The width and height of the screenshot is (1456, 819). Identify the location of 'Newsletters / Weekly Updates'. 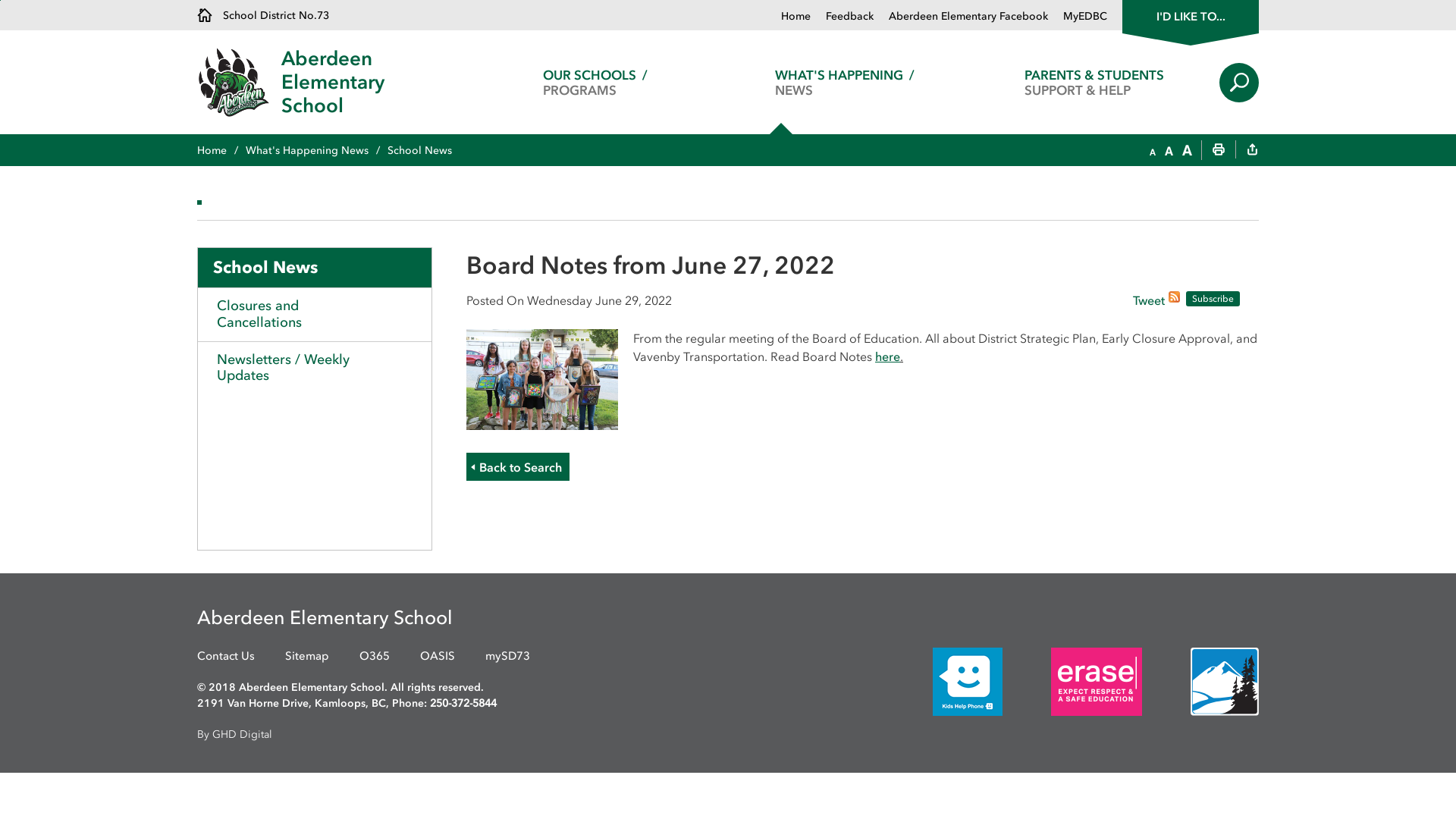
(313, 368).